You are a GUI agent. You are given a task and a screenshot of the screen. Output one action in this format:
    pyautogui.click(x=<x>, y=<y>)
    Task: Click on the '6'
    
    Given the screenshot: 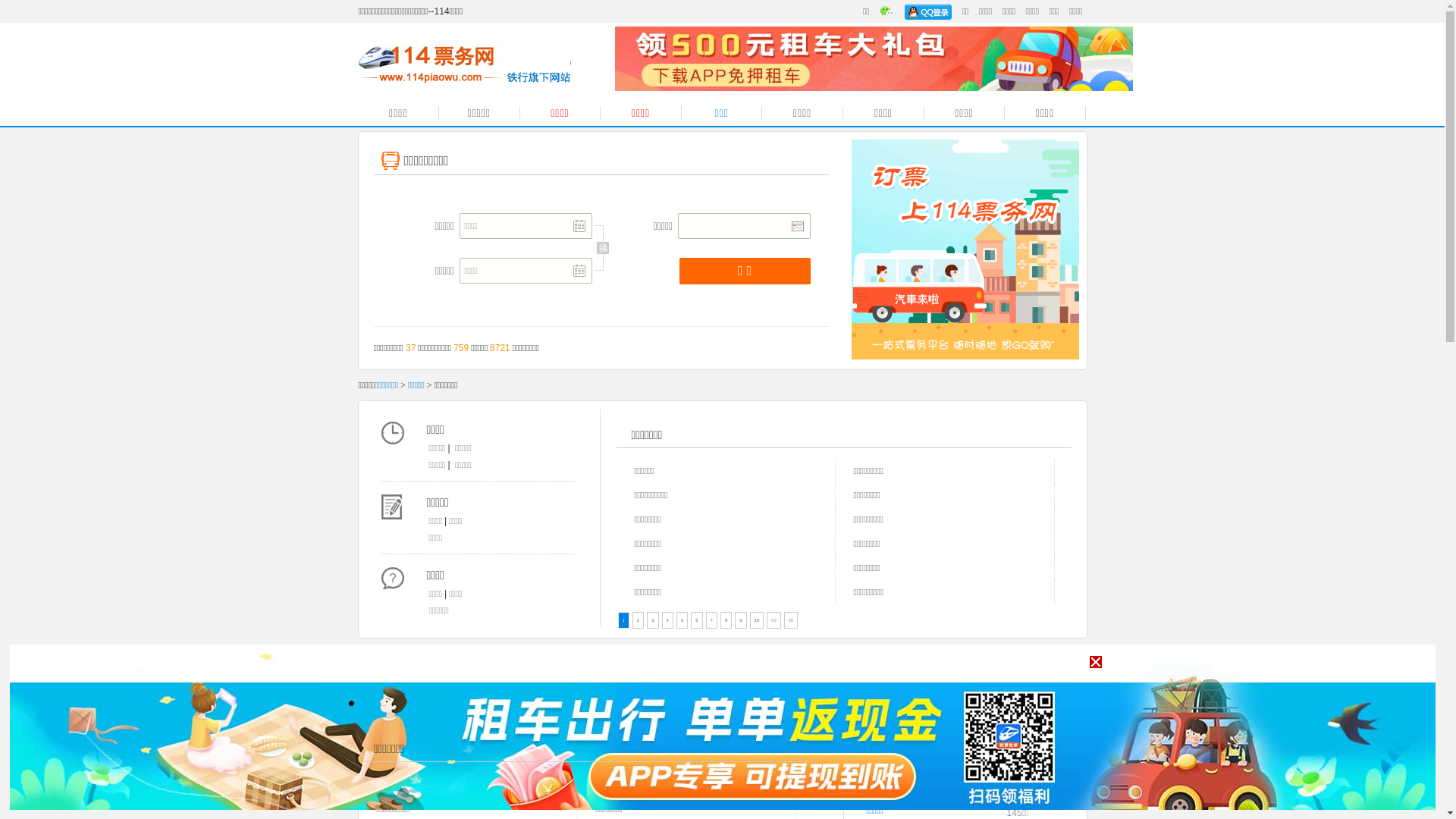 What is the action you would take?
    pyautogui.click(x=695, y=620)
    